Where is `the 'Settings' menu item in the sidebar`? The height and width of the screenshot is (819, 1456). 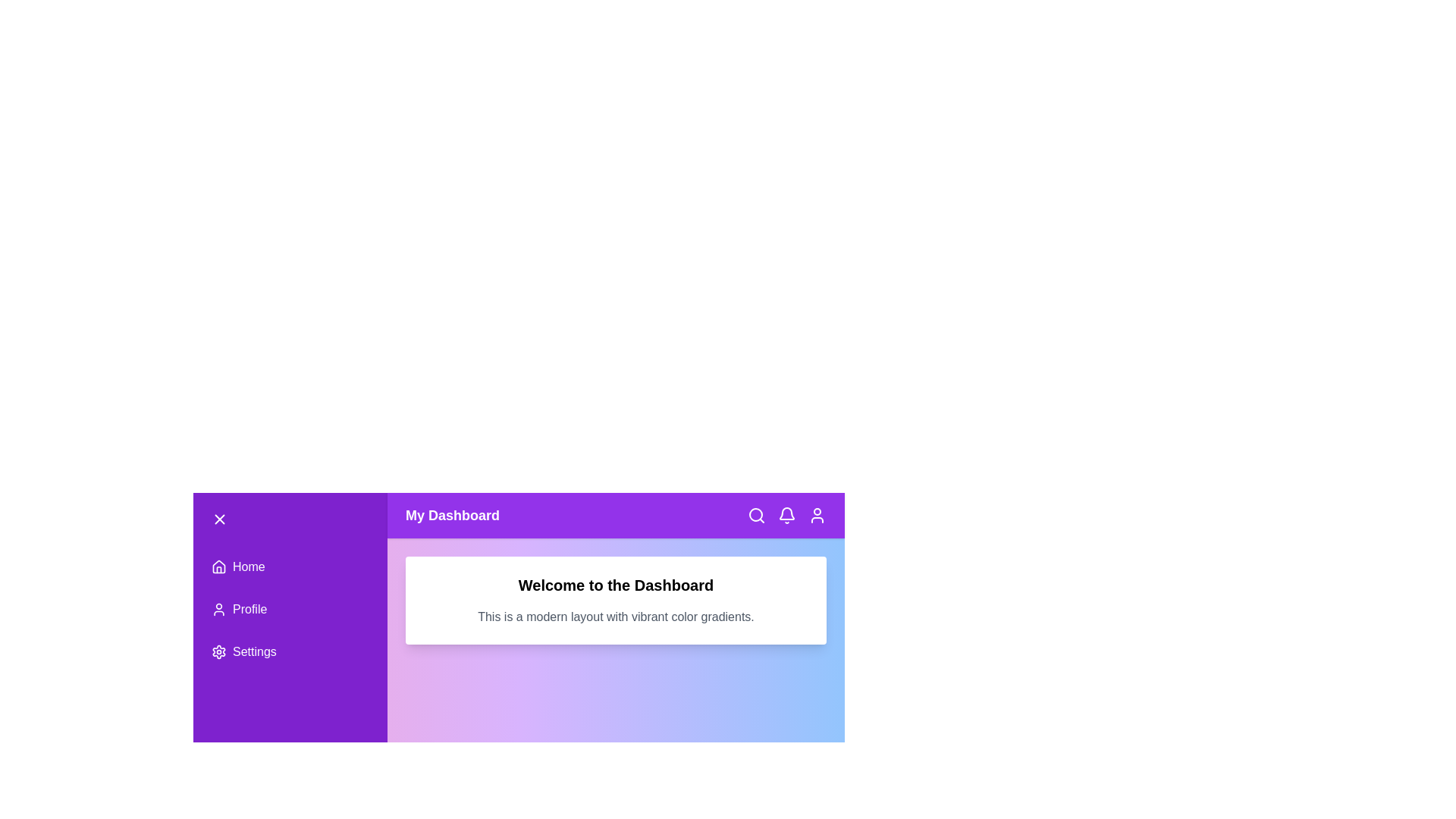 the 'Settings' menu item in the sidebar is located at coordinates (290, 651).